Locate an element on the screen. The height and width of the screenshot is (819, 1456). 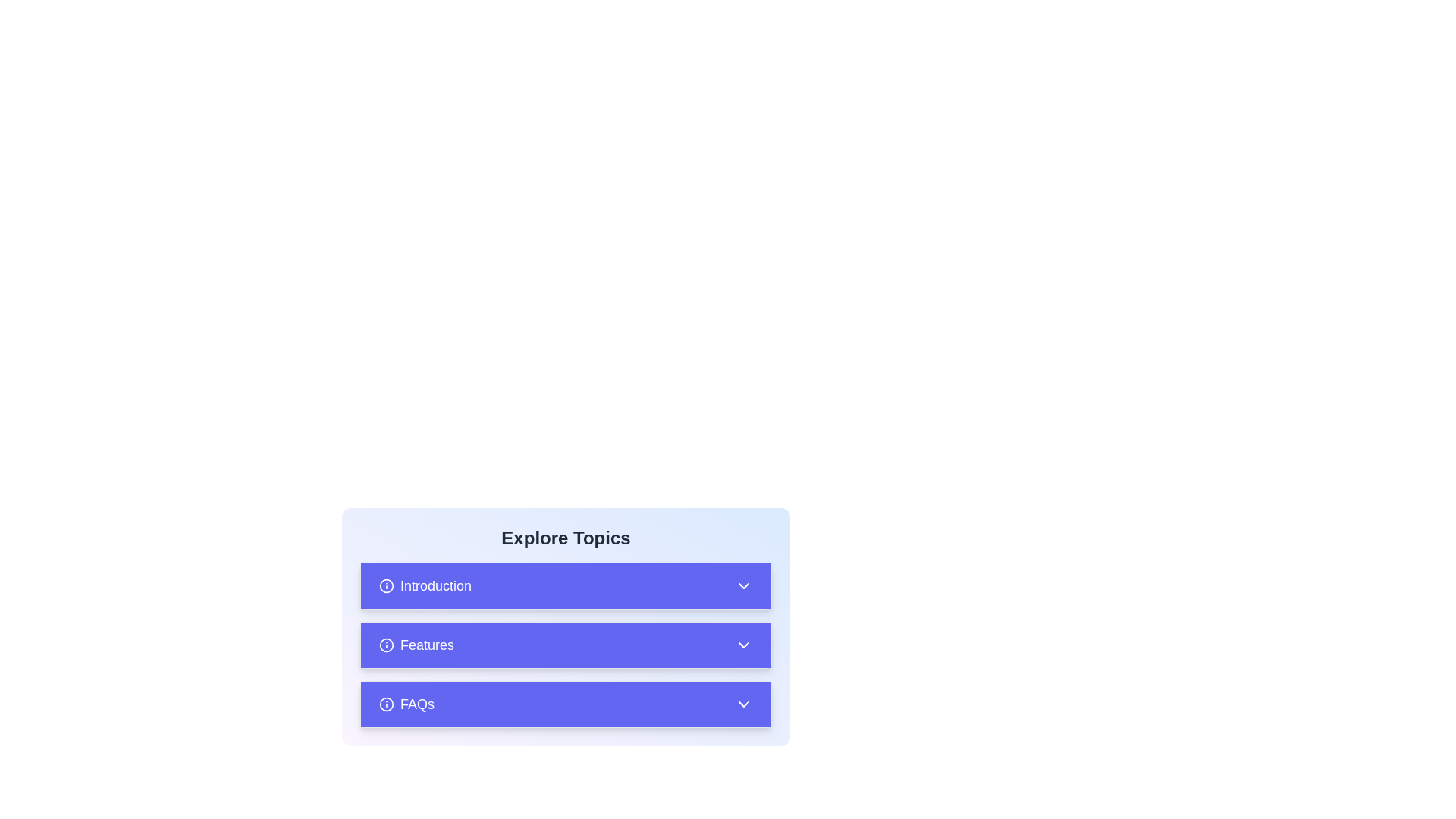
text of the 'Introduction' label, which is the first element in a vertical list on a blue background with a white font color is located at coordinates (425, 585).